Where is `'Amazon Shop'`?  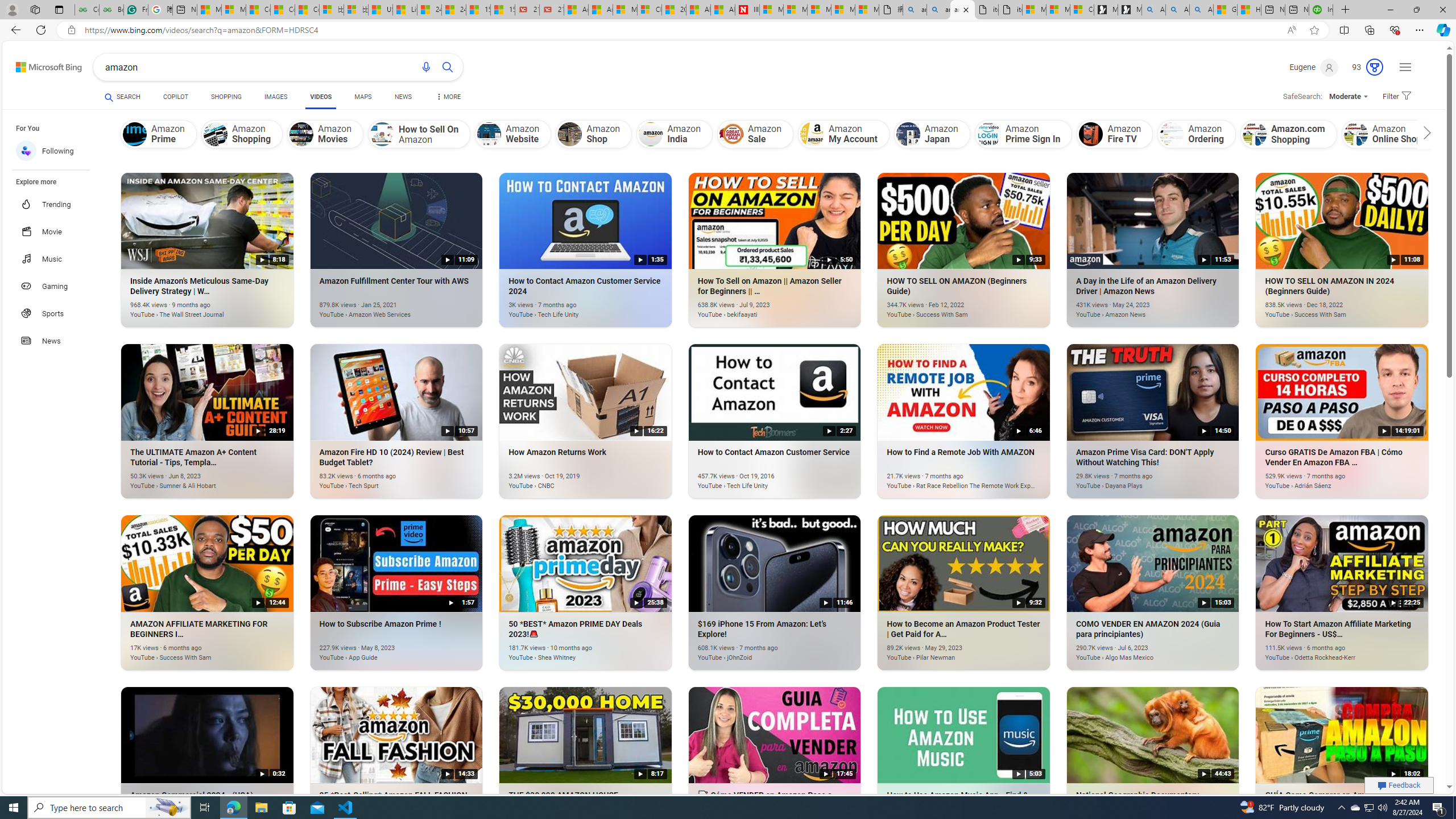 'Amazon Shop' is located at coordinates (570, 133).